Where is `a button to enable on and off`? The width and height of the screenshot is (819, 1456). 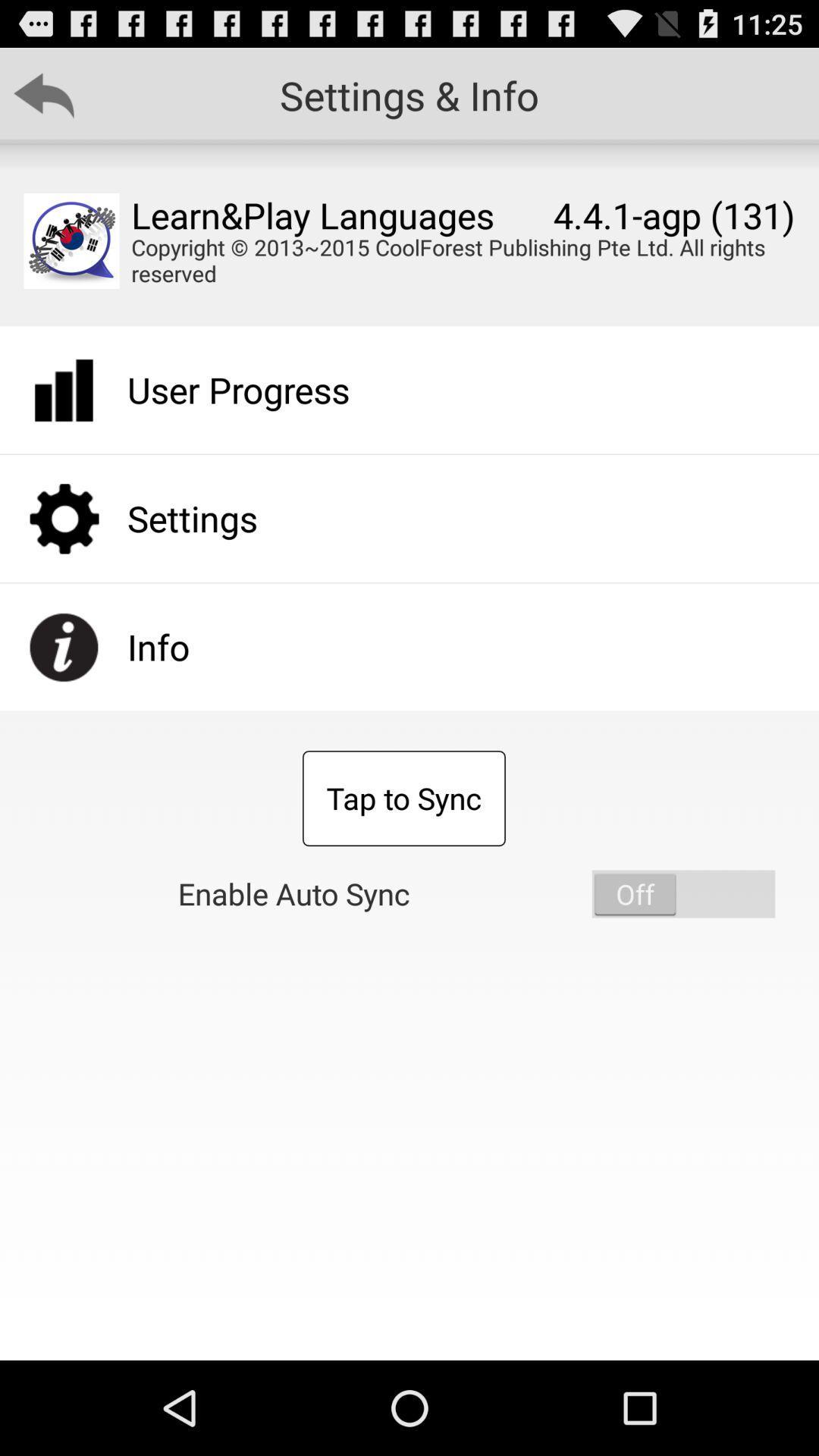 a button to enable on and off is located at coordinates (683, 894).